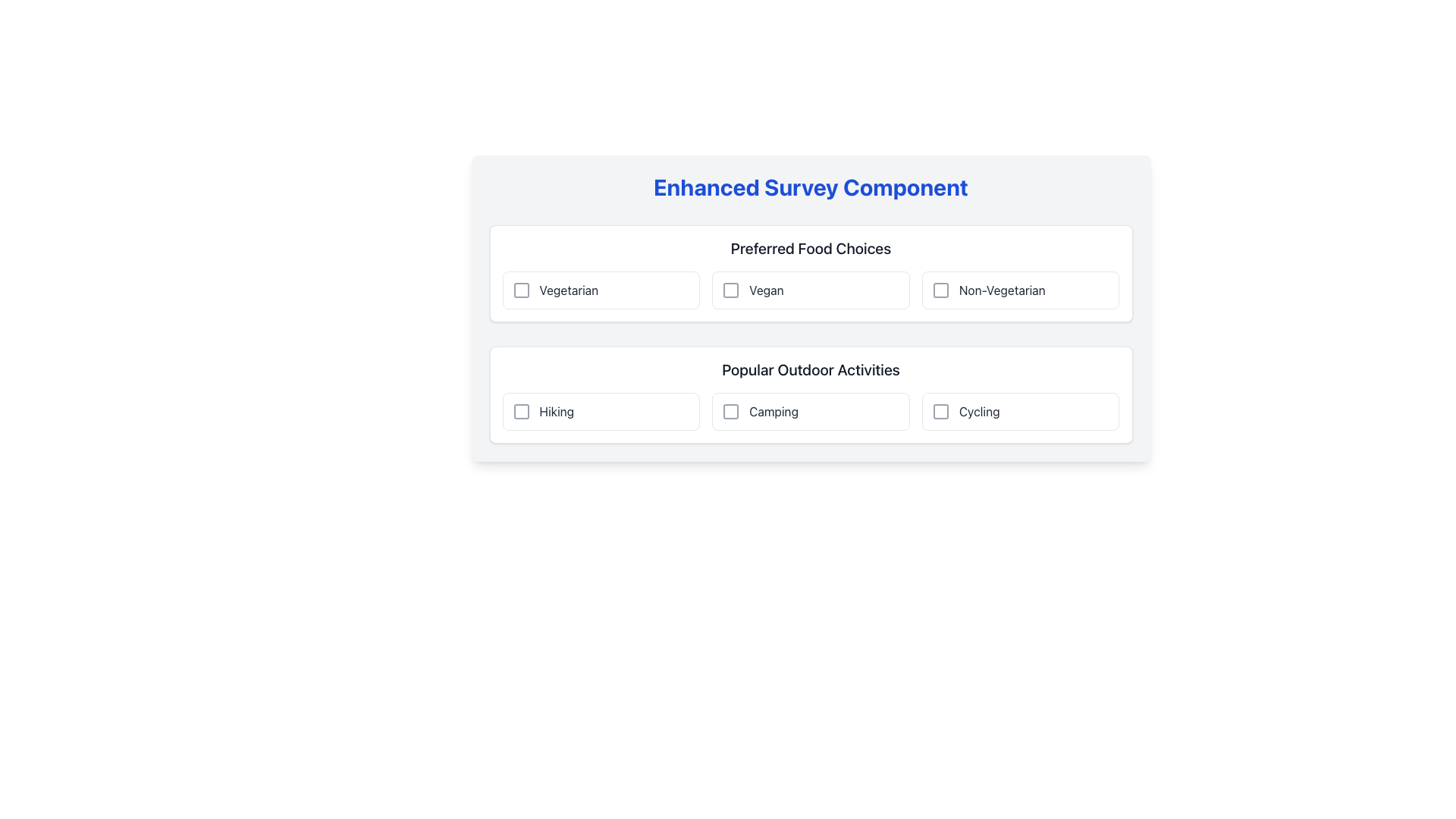 This screenshot has height=819, width=1456. What do you see at coordinates (979, 412) in the screenshot?
I see `the 'Cycling' text label in the 'Popular Outdoor Activities' section, which is positioned to the right of the checkbox and is the third option following 'Hiking' and 'Camping'` at bounding box center [979, 412].